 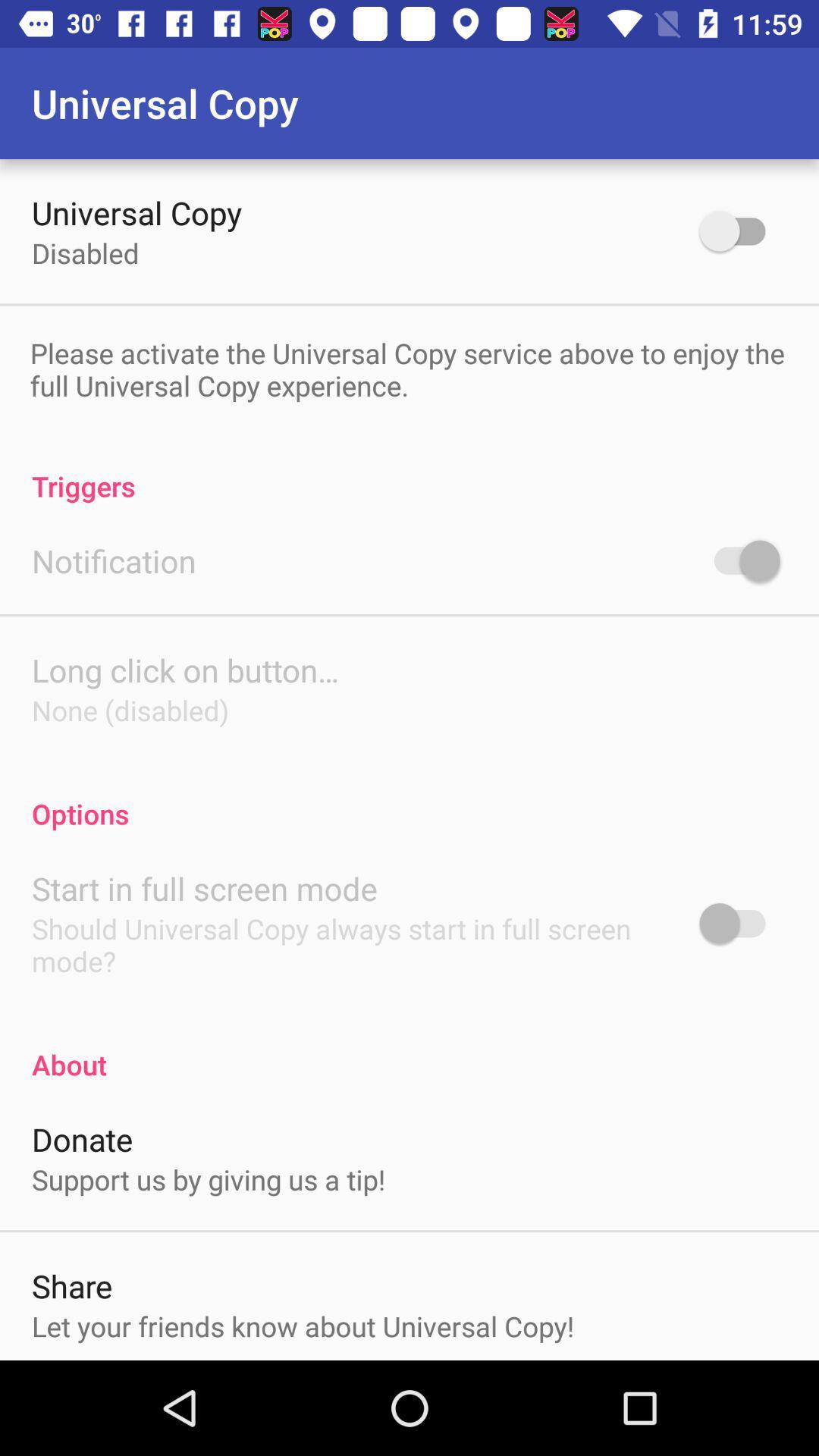 What do you see at coordinates (739, 560) in the screenshot?
I see `notification option` at bounding box center [739, 560].